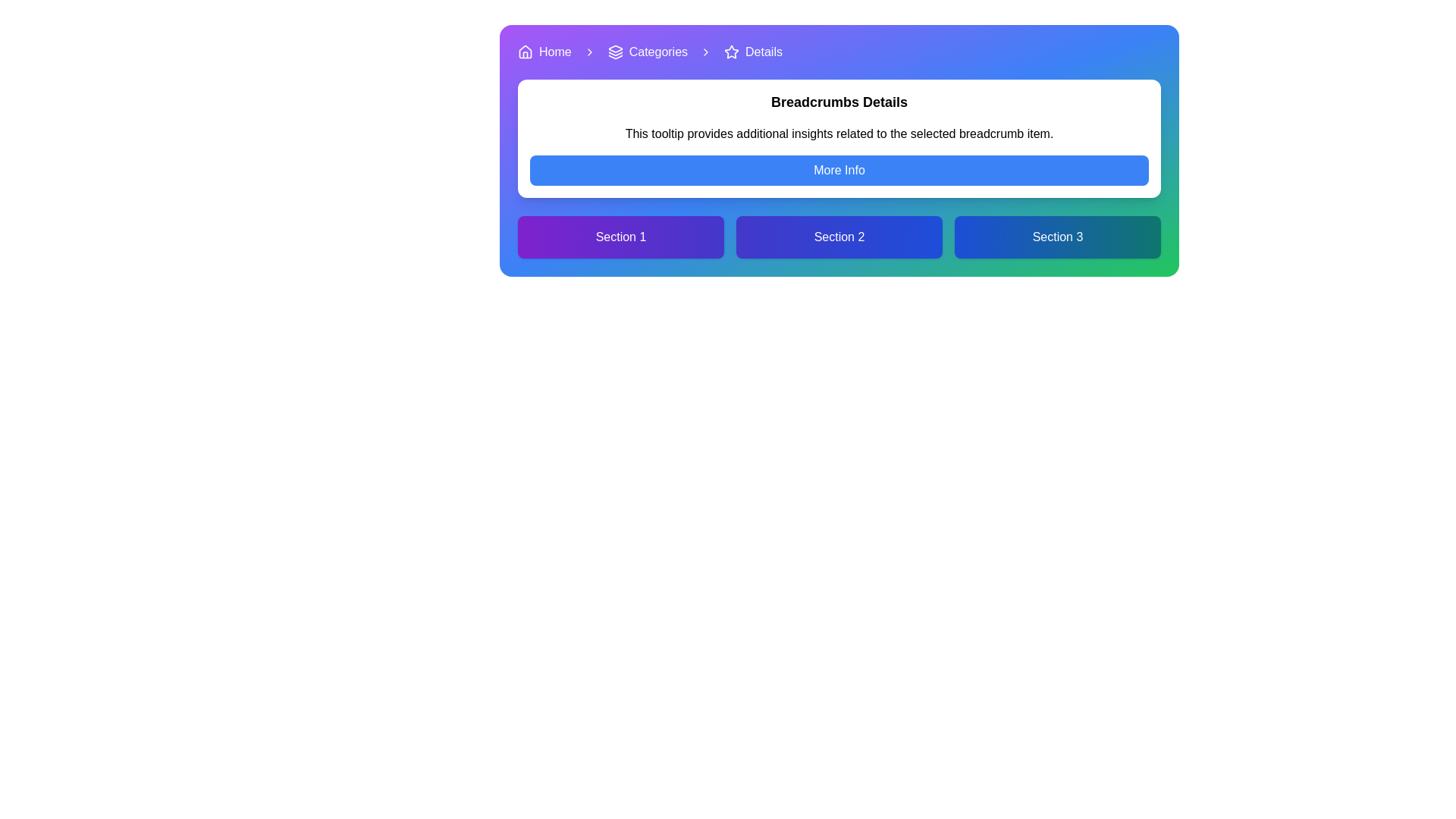  What do you see at coordinates (621, 237) in the screenshot?
I see `the first static label or navigational button located at the leftmost position in the horizontal row beneath the title and the 'More Info' button` at bounding box center [621, 237].